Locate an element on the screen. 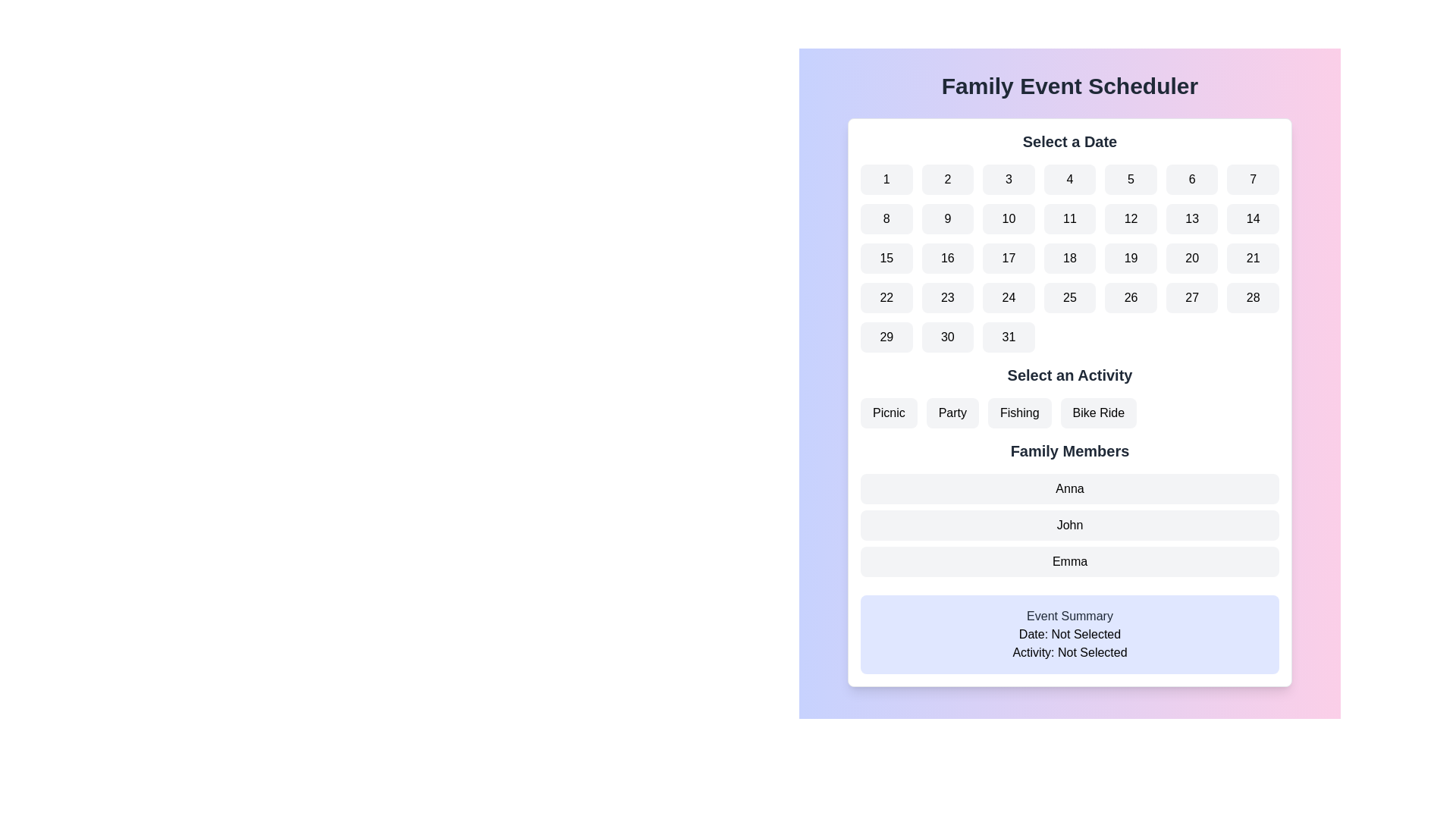 The height and width of the screenshot is (819, 1456). the rounded rectangular button containing the number '26' with a light gray background is located at coordinates (1131, 298).